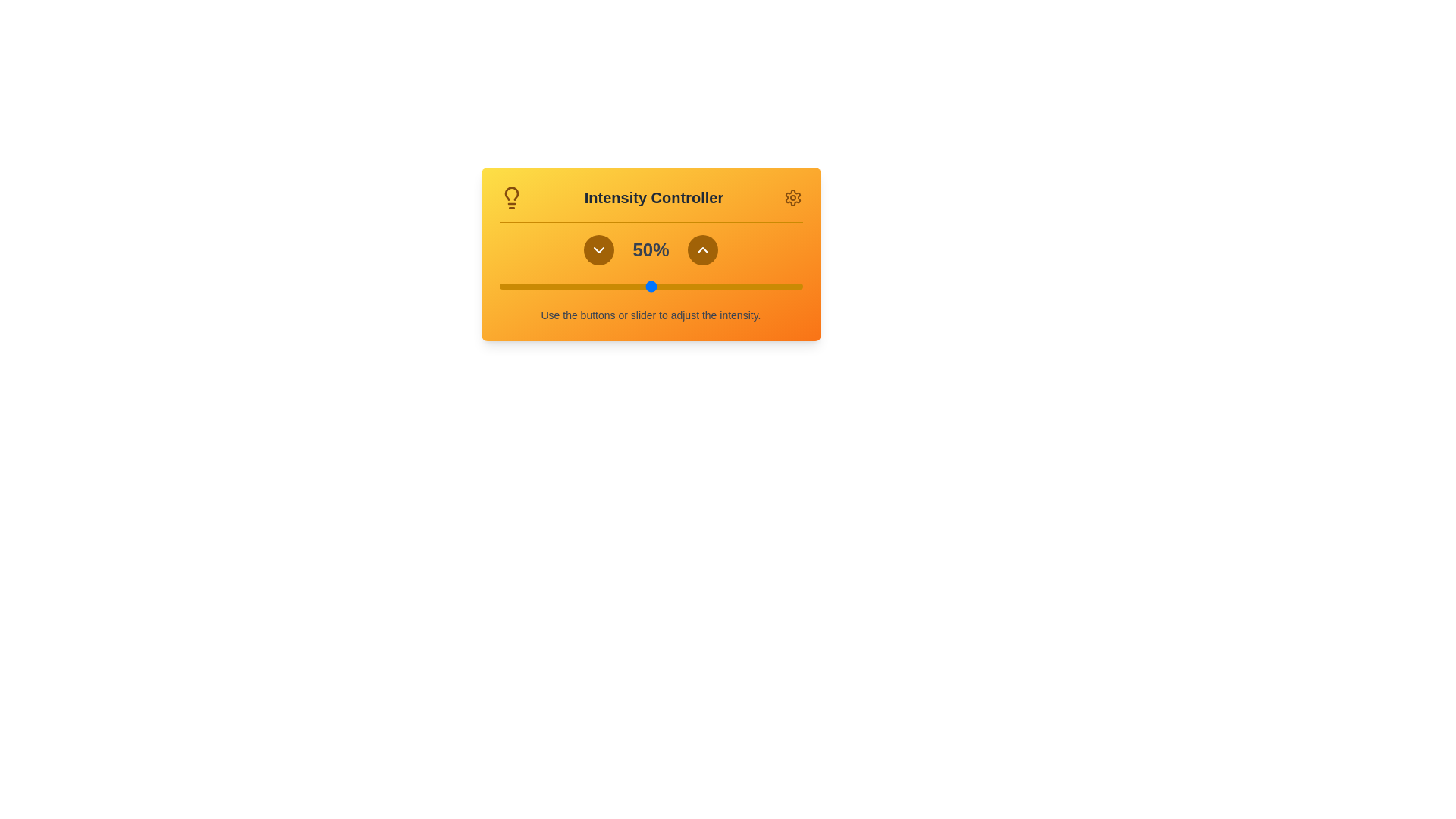 The width and height of the screenshot is (1456, 819). What do you see at coordinates (574, 287) in the screenshot?
I see `intensity` at bounding box center [574, 287].